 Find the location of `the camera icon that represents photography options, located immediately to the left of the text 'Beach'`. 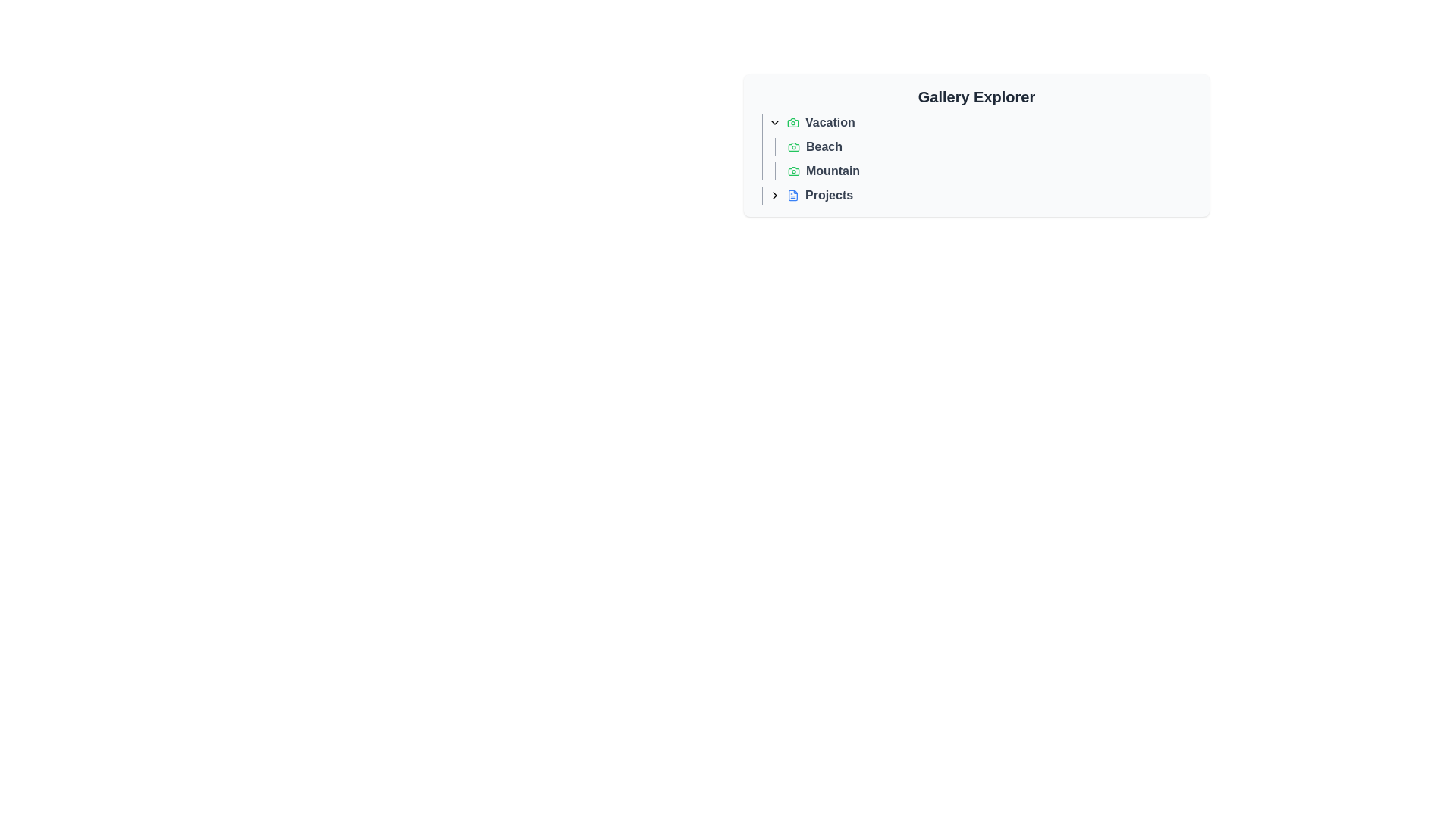

the camera icon that represents photography options, located immediately to the left of the text 'Beach' is located at coordinates (792, 146).